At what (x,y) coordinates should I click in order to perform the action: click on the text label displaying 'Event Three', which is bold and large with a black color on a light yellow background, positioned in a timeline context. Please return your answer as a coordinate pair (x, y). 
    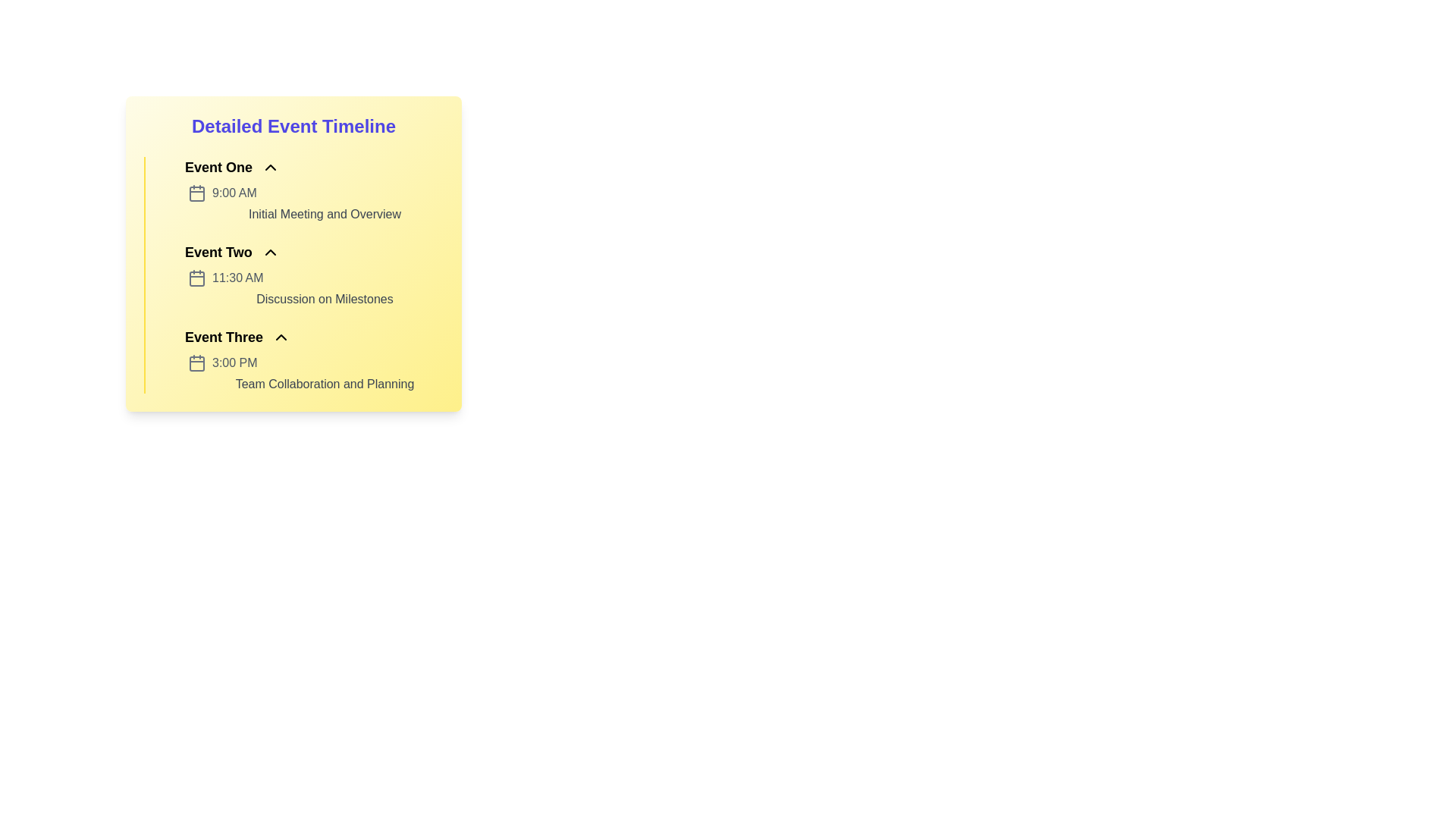
    Looking at the image, I should click on (223, 336).